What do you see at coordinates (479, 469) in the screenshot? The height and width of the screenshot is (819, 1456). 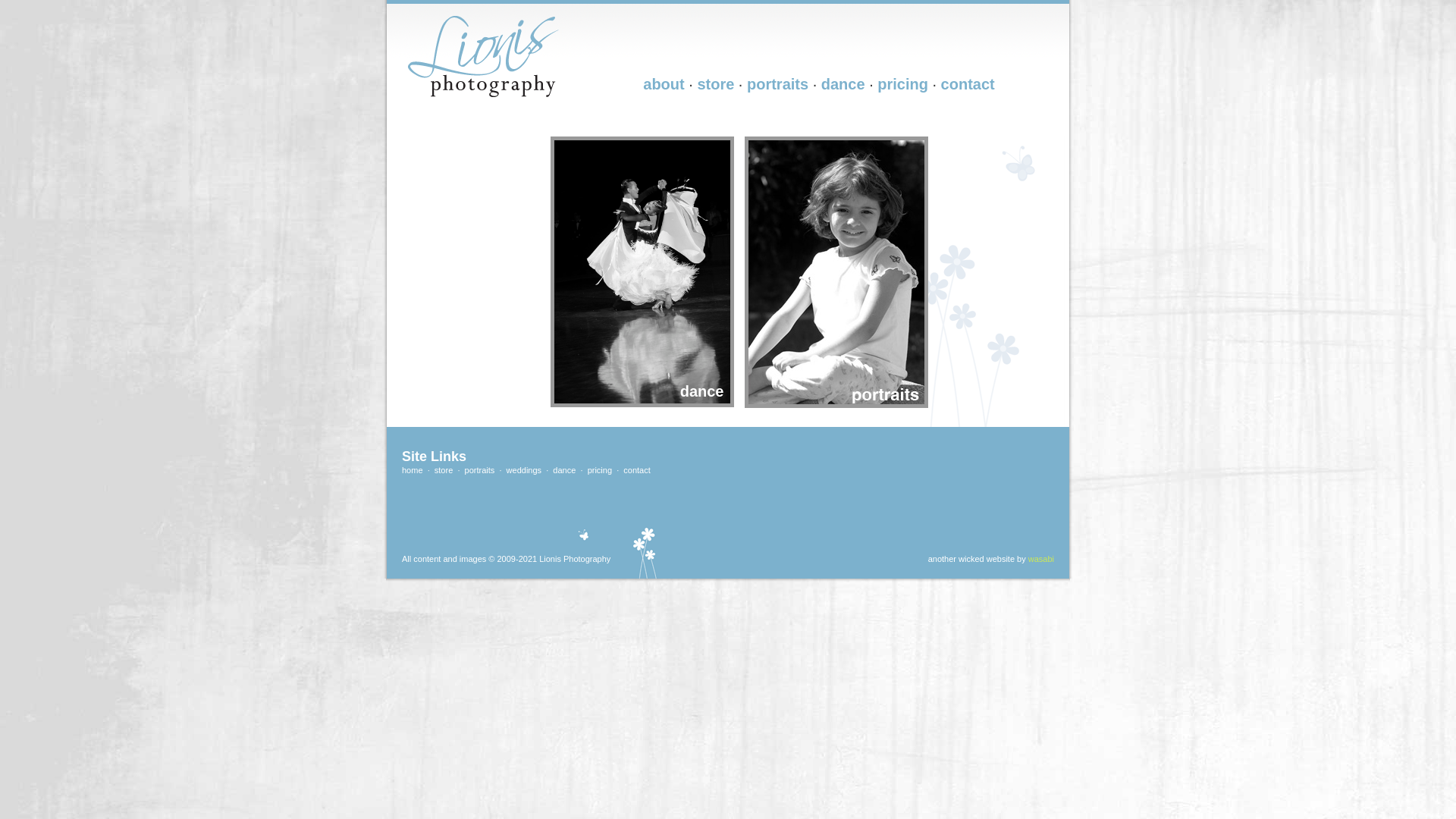 I see `'portraits'` at bounding box center [479, 469].